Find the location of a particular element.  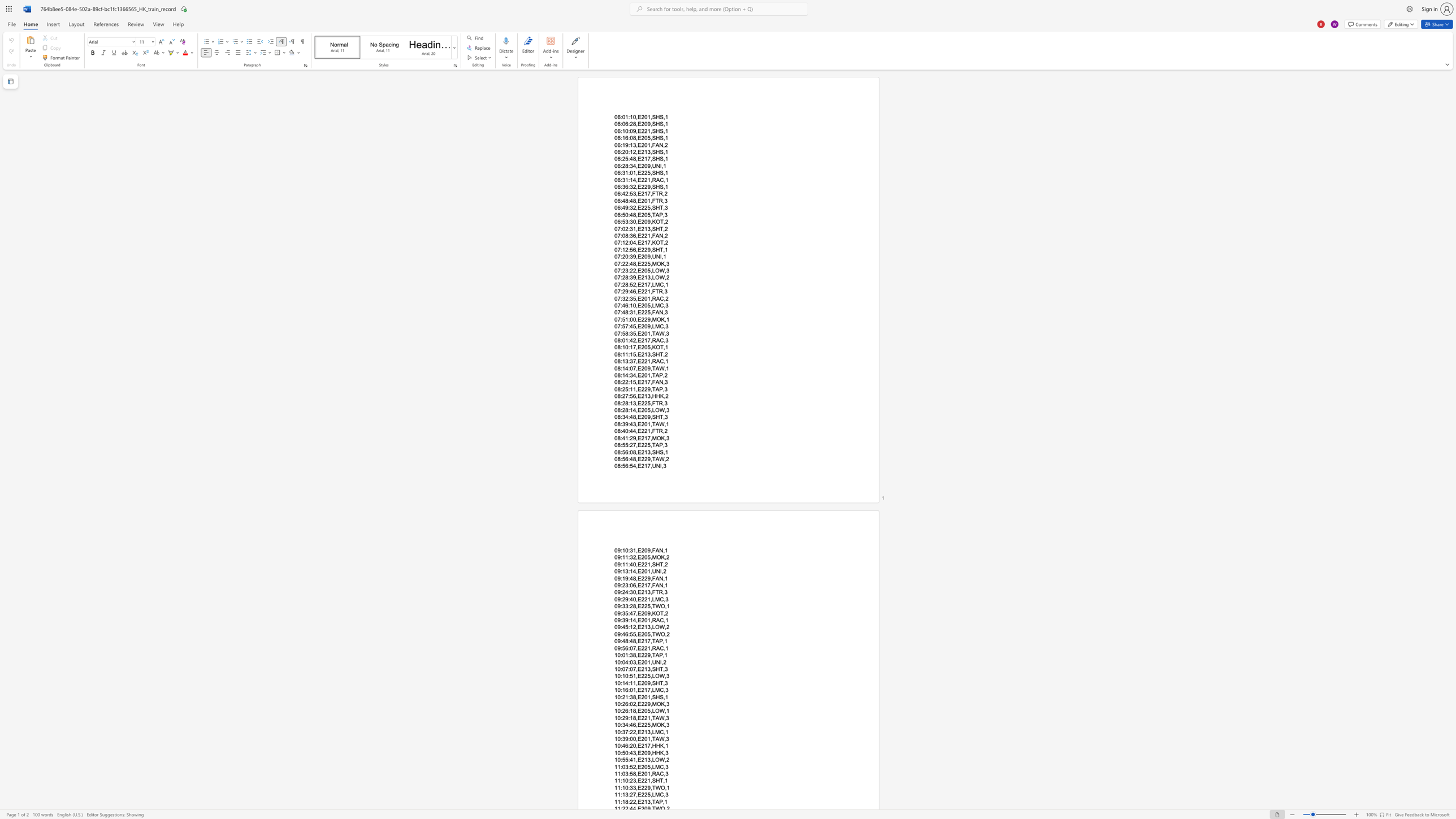

the space between the continuous character "2" and "2" in the text is located at coordinates (643, 787).